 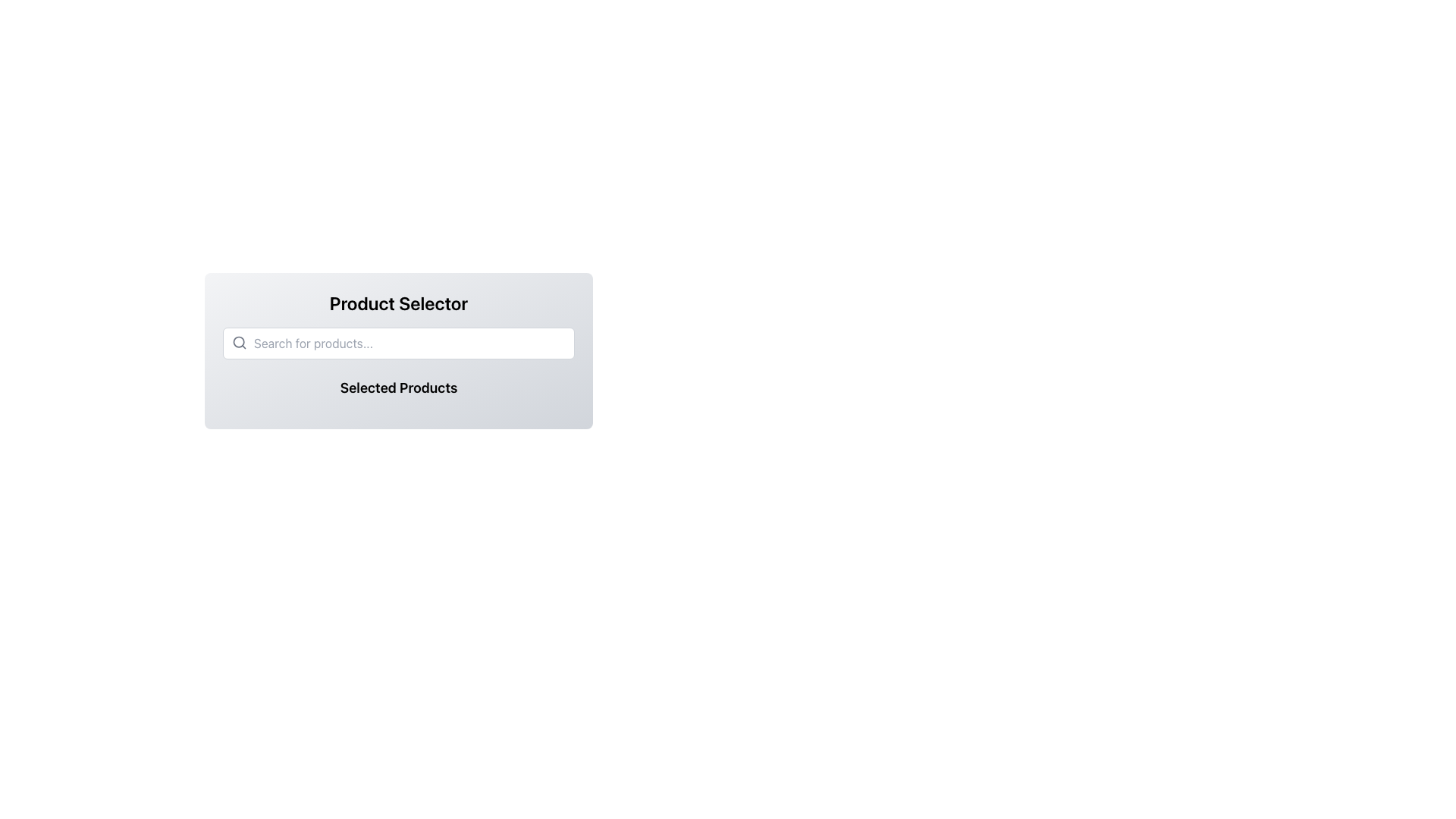 What do you see at coordinates (238, 342) in the screenshot?
I see `the circular component of the magnifying glass icon, which is the decorative part of the search icon located to the left of the text entry box in the search bar` at bounding box center [238, 342].